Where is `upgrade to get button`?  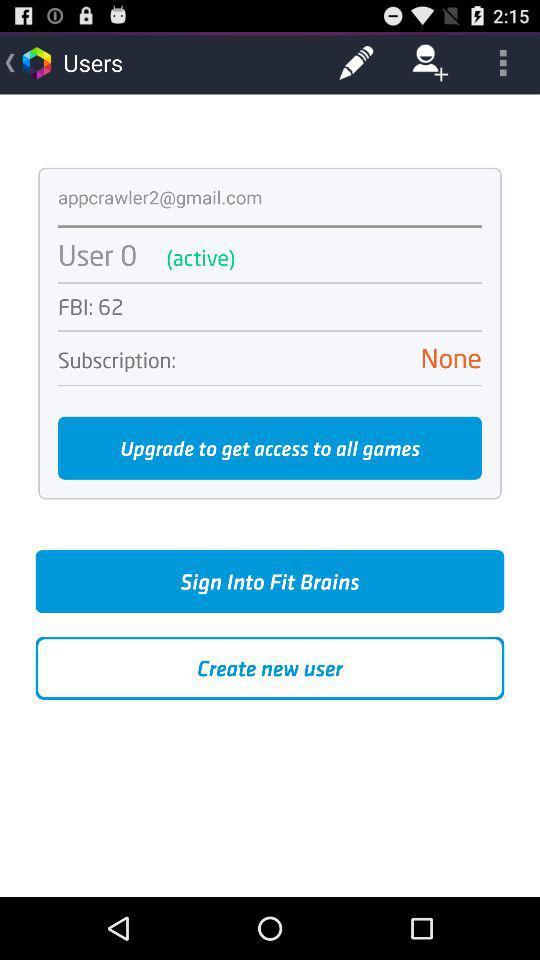 upgrade to get button is located at coordinates (270, 448).